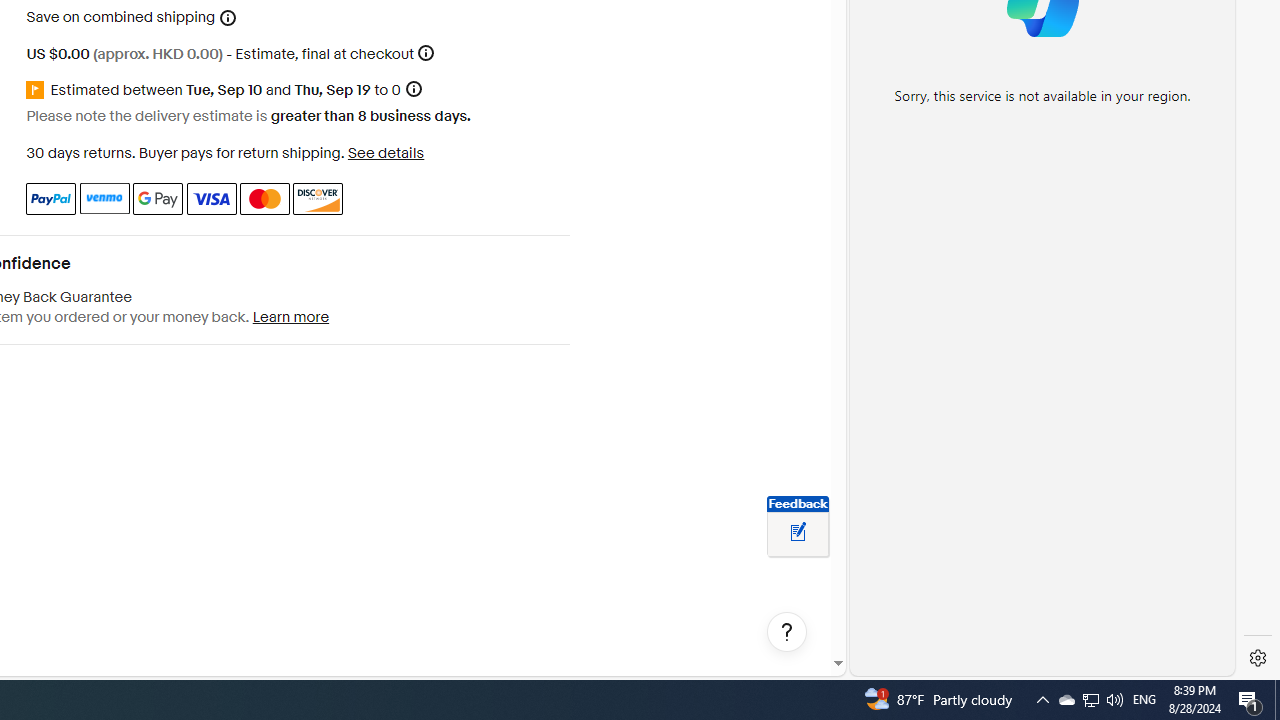 The image size is (1280, 720). Describe the element at coordinates (385, 152) in the screenshot. I see `'See details - for more information about returns'` at that location.